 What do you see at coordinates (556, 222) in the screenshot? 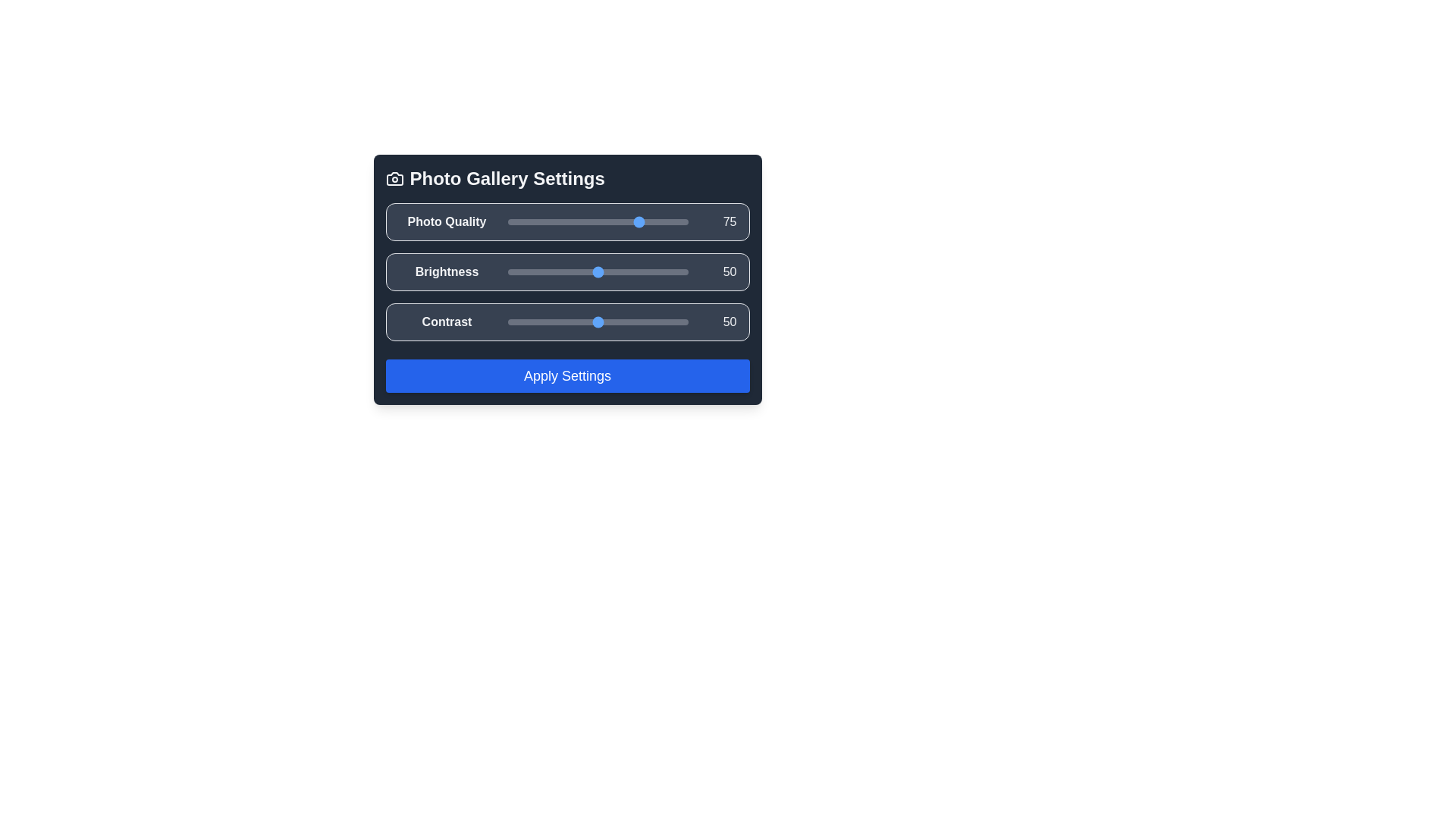
I see `the photo quality` at bounding box center [556, 222].